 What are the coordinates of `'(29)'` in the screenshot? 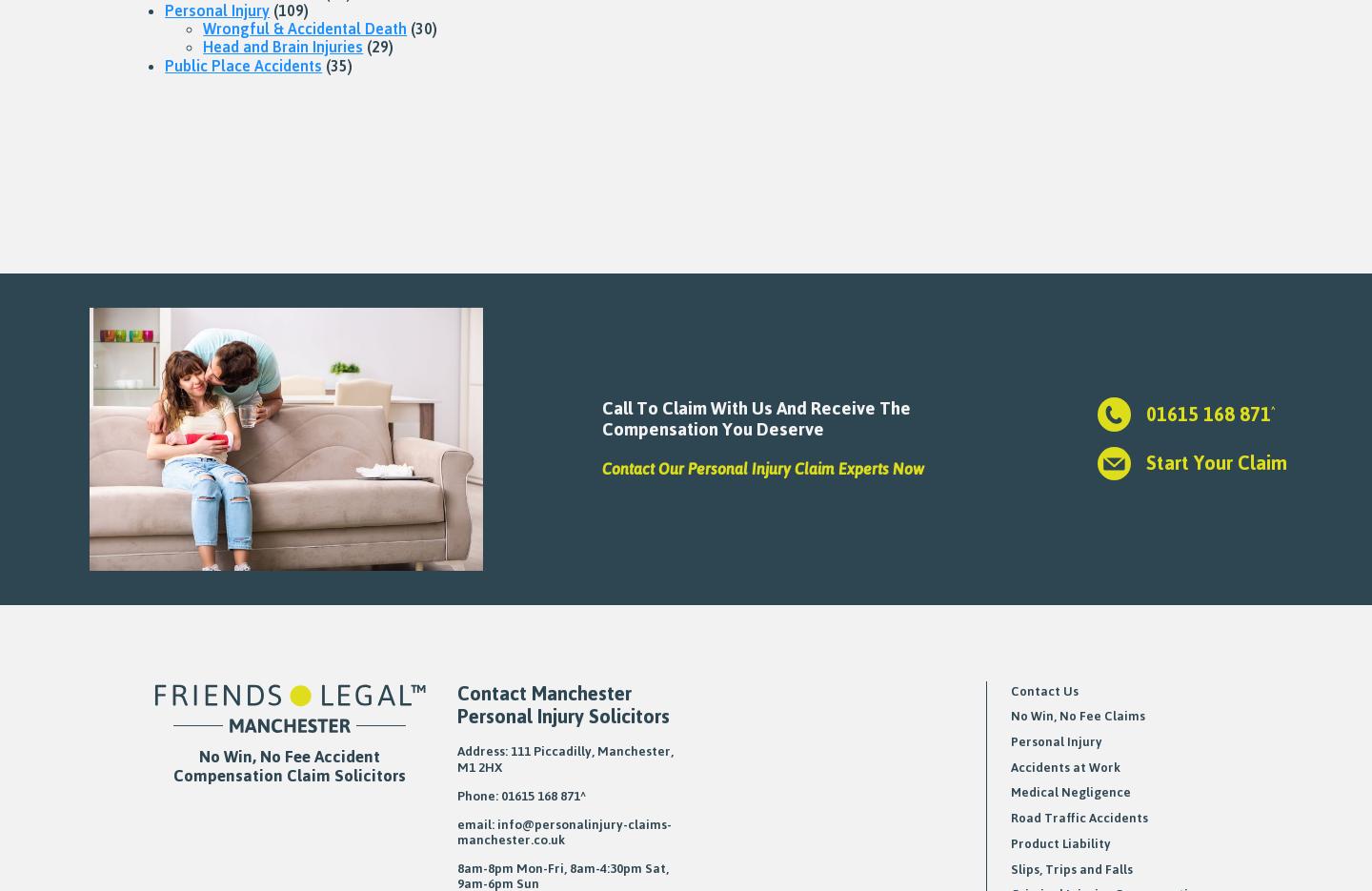 It's located at (362, 46).